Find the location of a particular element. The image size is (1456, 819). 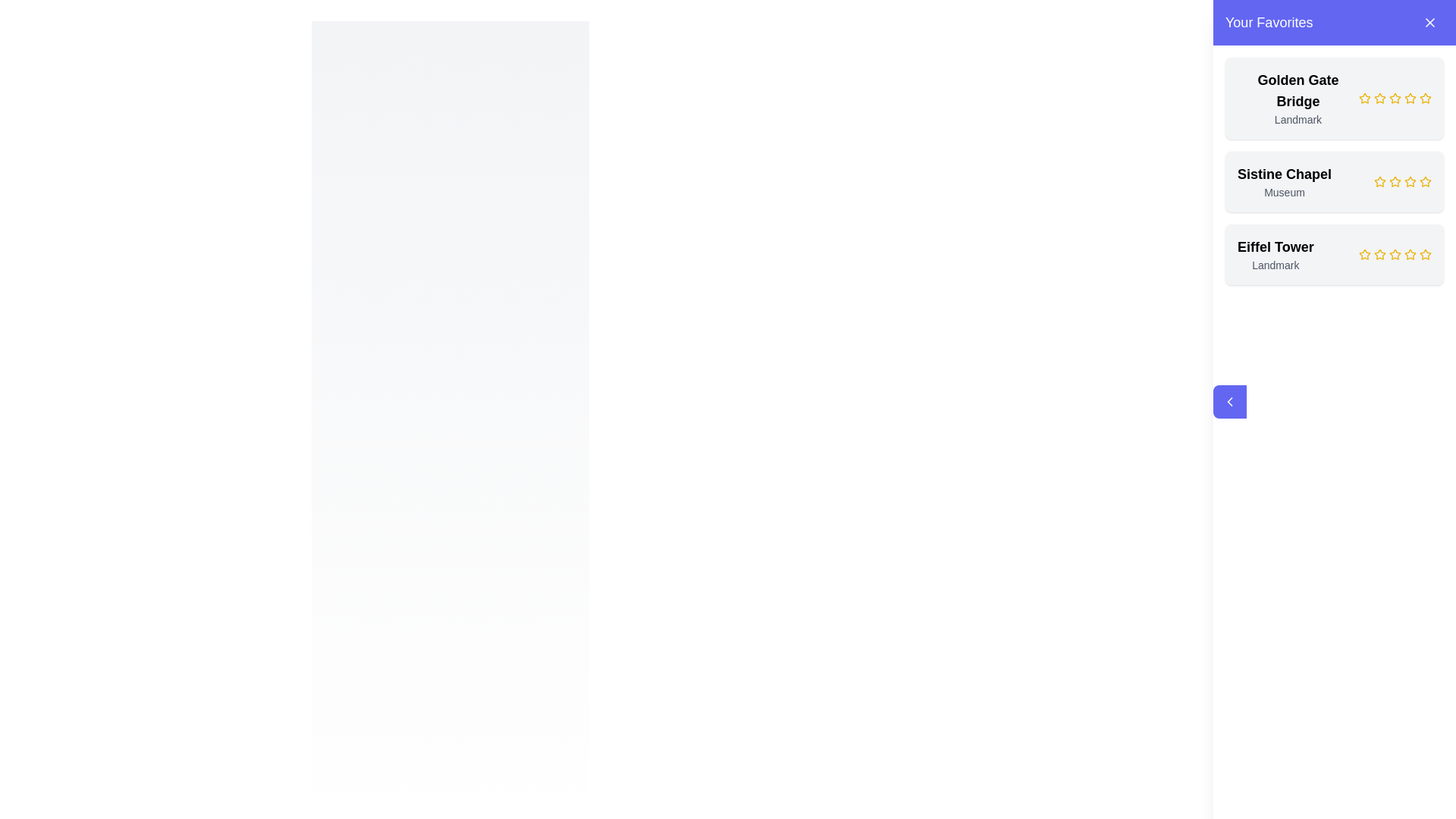

the second star in the rating system for the 'Sistine Chapel' located in the right-hand sidebar under 'Your Favorites' is located at coordinates (1379, 180).